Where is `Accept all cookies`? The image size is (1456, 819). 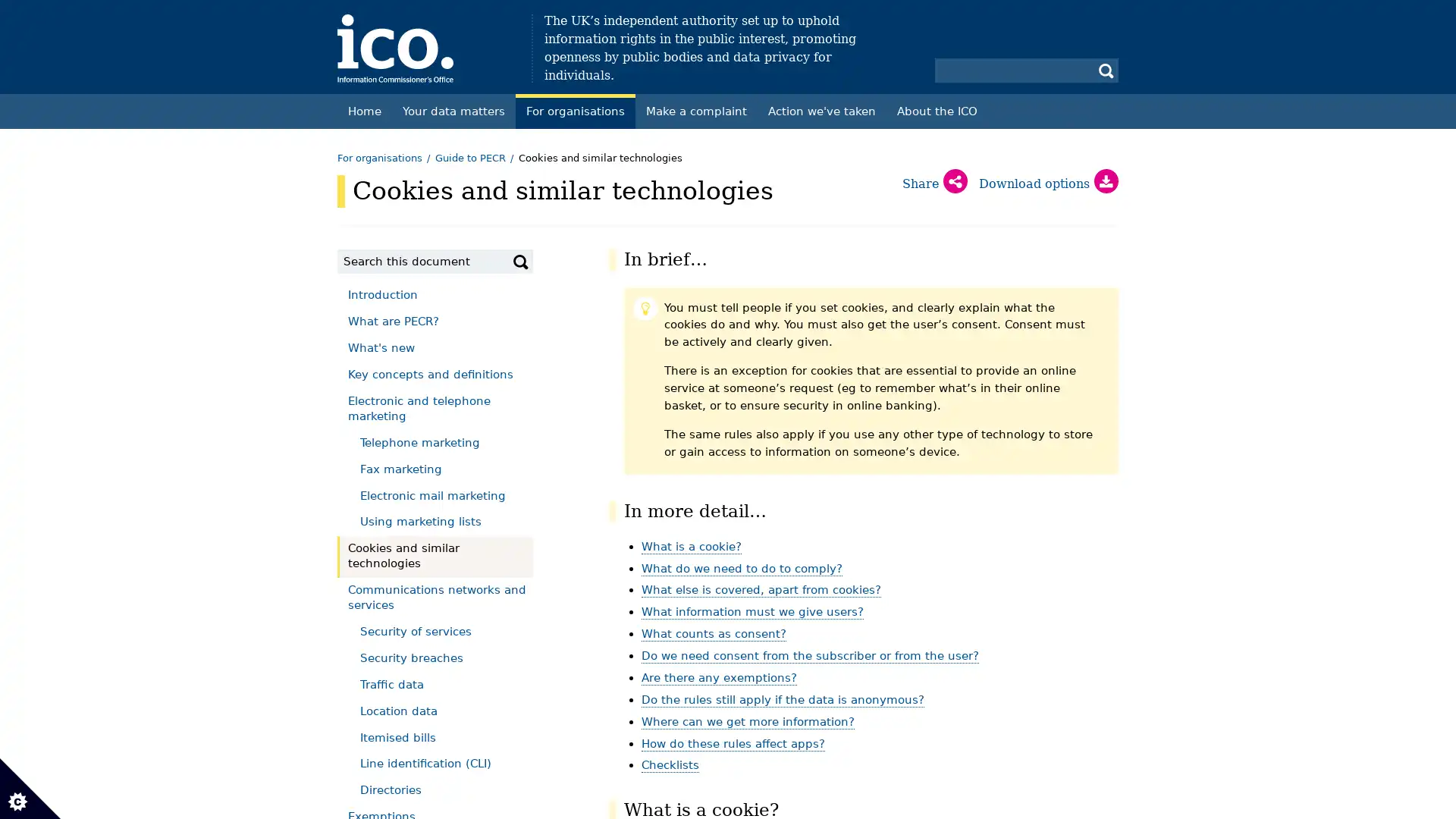
Accept all cookies is located at coordinates (99, 197).